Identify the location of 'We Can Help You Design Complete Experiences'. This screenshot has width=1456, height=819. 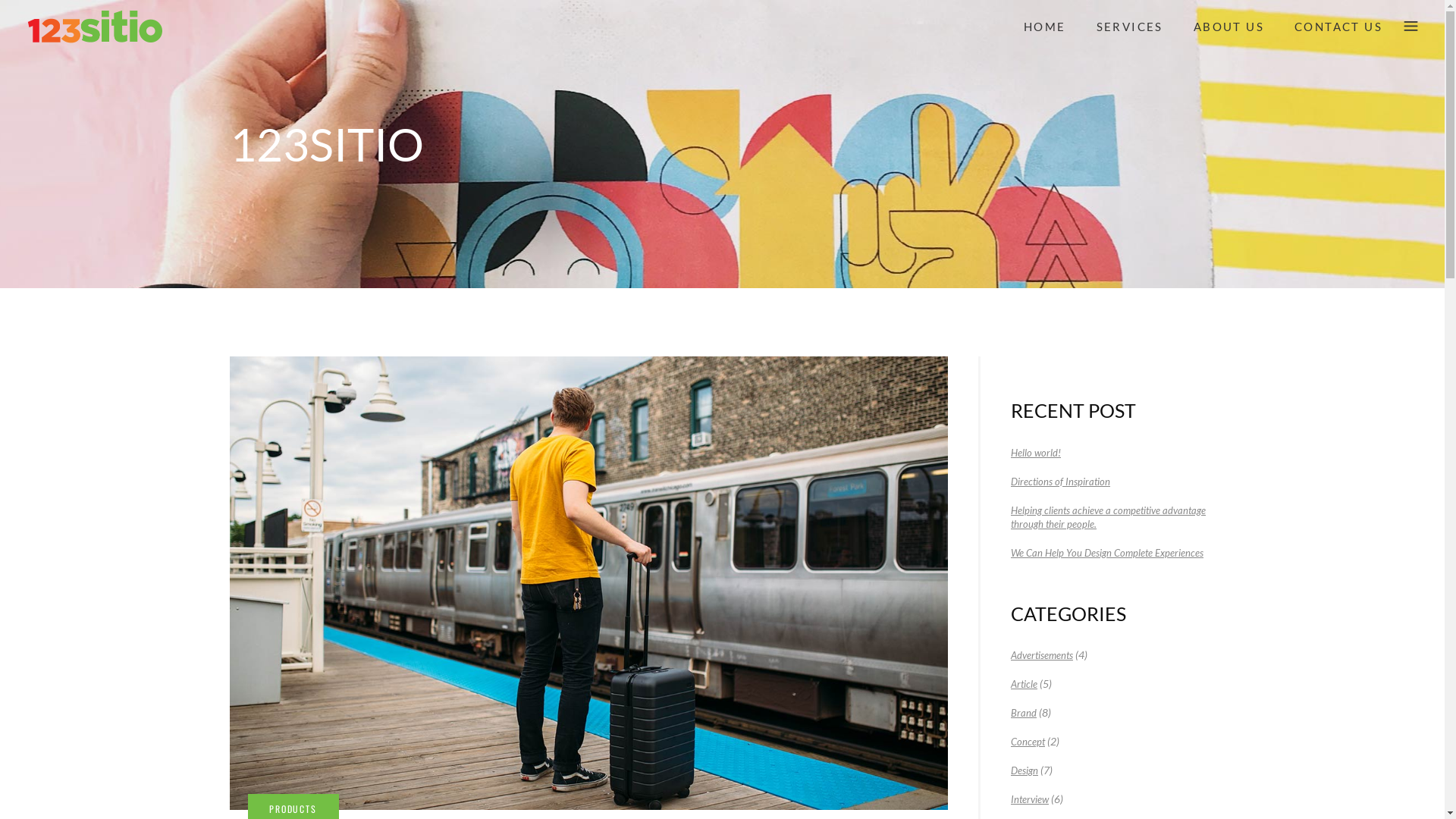
(1011, 552).